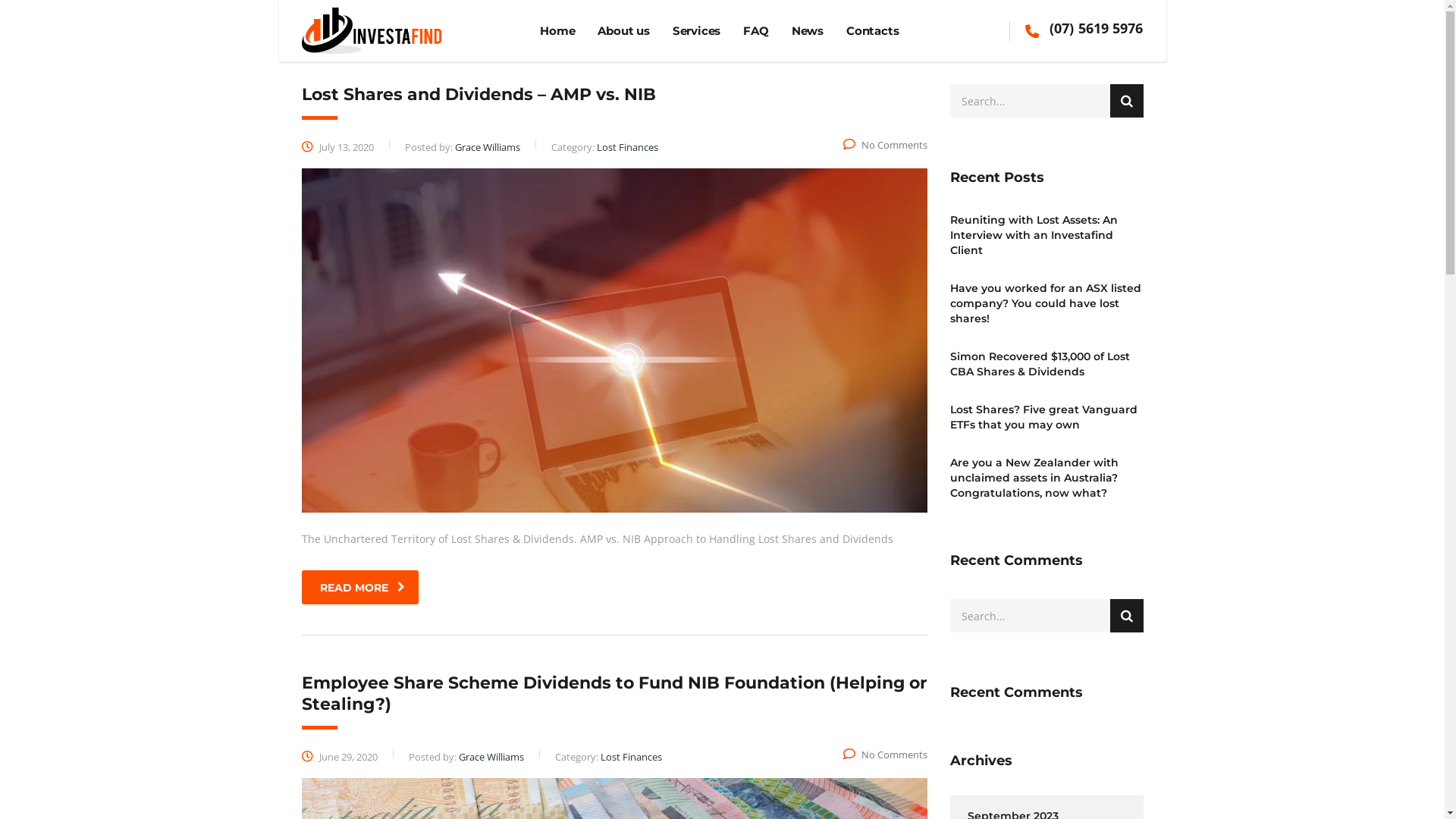 This screenshot has width=1456, height=819. Describe the element at coordinates (1045, 417) in the screenshot. I see `'Lost Shares? Five great Vanguard ETFs that you may own'` at that location.